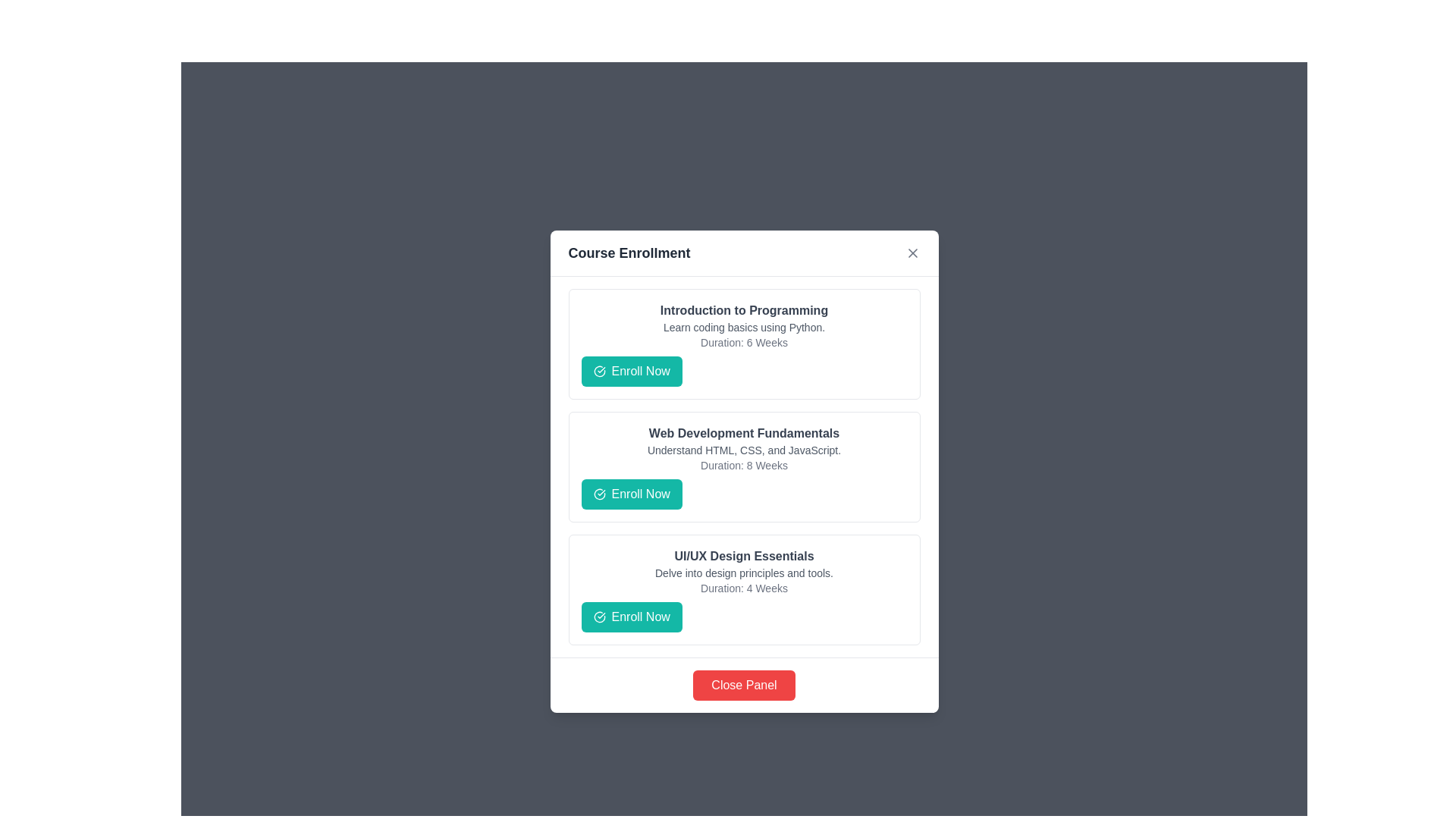  Describe the element at coordinates (744, 685) in the screenshot. I see `the button located at the bottom of the 'Course Enrollment' panel` at that location.